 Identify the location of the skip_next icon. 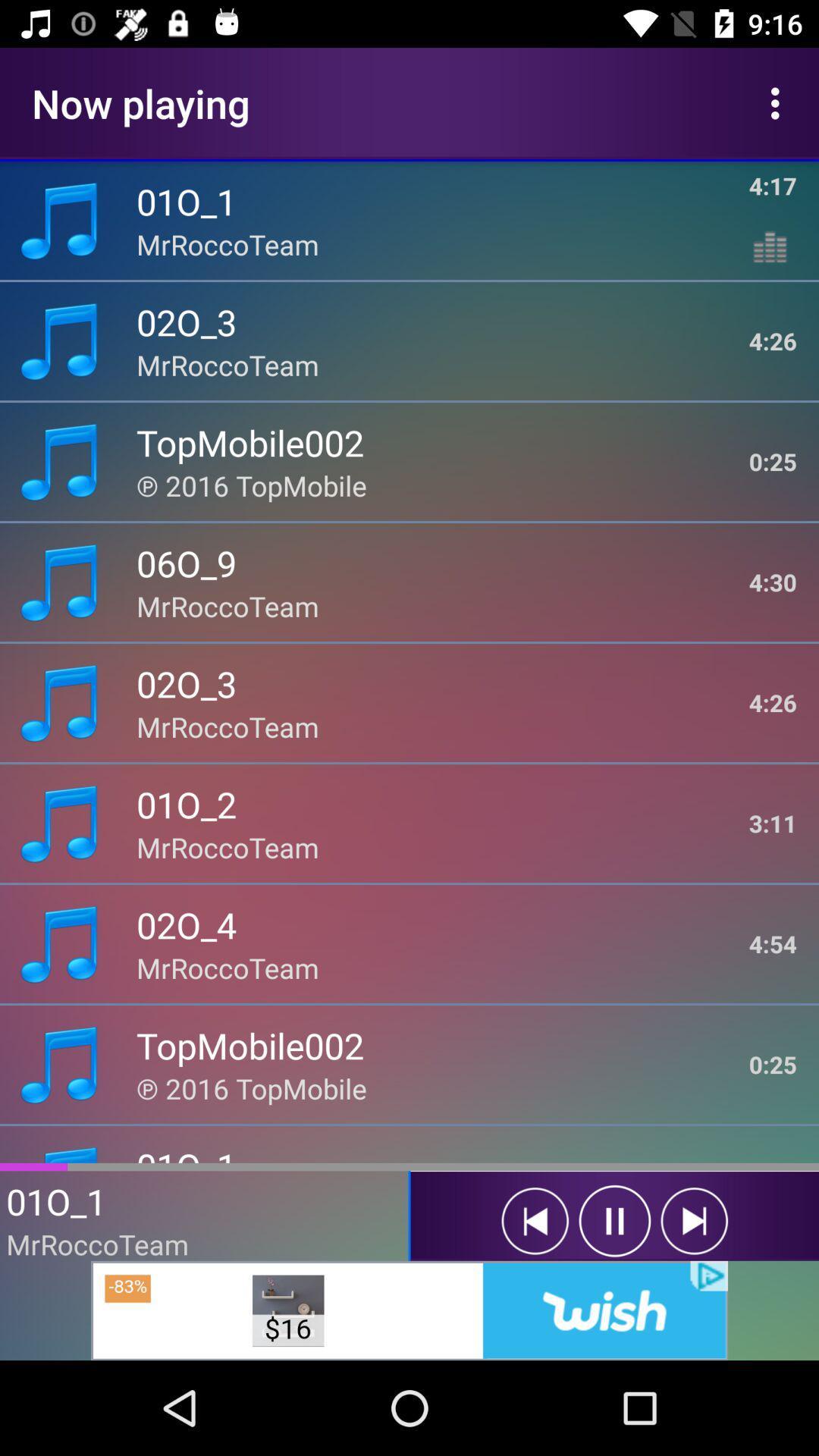
(694, 1221).